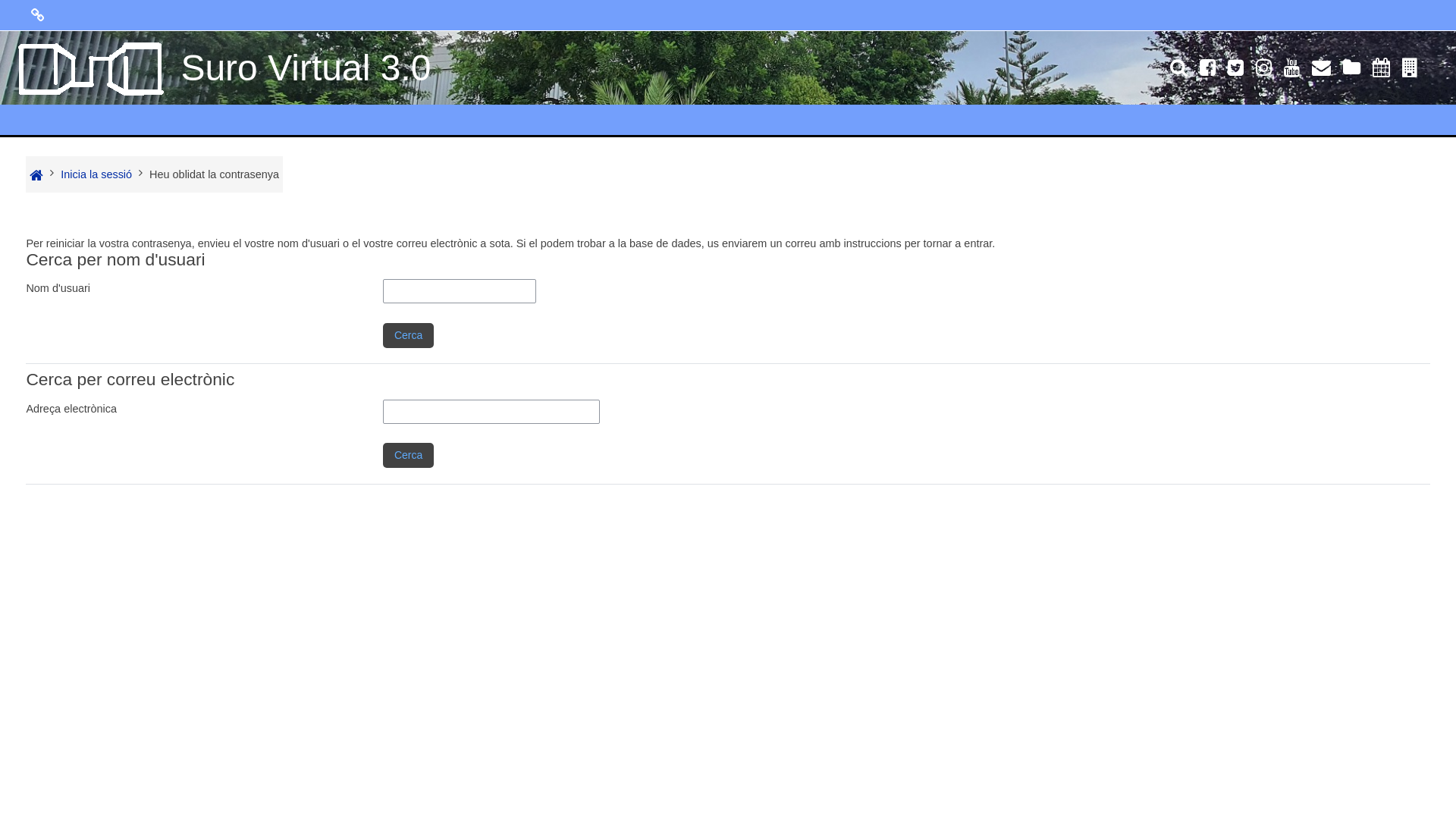 The image size is (1456, 819). I want to click on 'Instagram de centre', so click(1263, 70).